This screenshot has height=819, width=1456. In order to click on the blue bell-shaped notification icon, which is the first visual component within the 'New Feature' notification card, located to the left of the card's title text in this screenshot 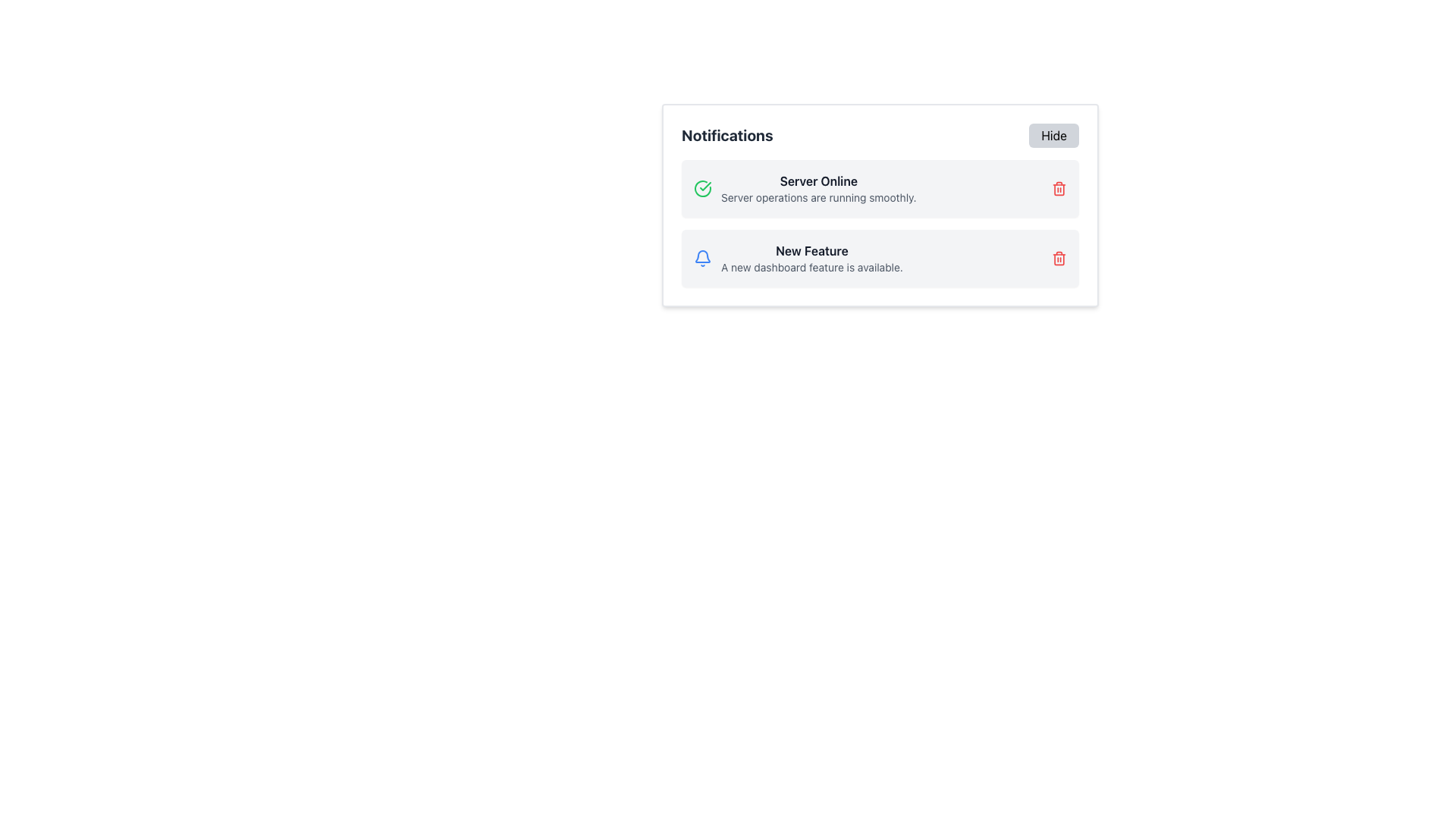, I will do `click(701, 257)`.